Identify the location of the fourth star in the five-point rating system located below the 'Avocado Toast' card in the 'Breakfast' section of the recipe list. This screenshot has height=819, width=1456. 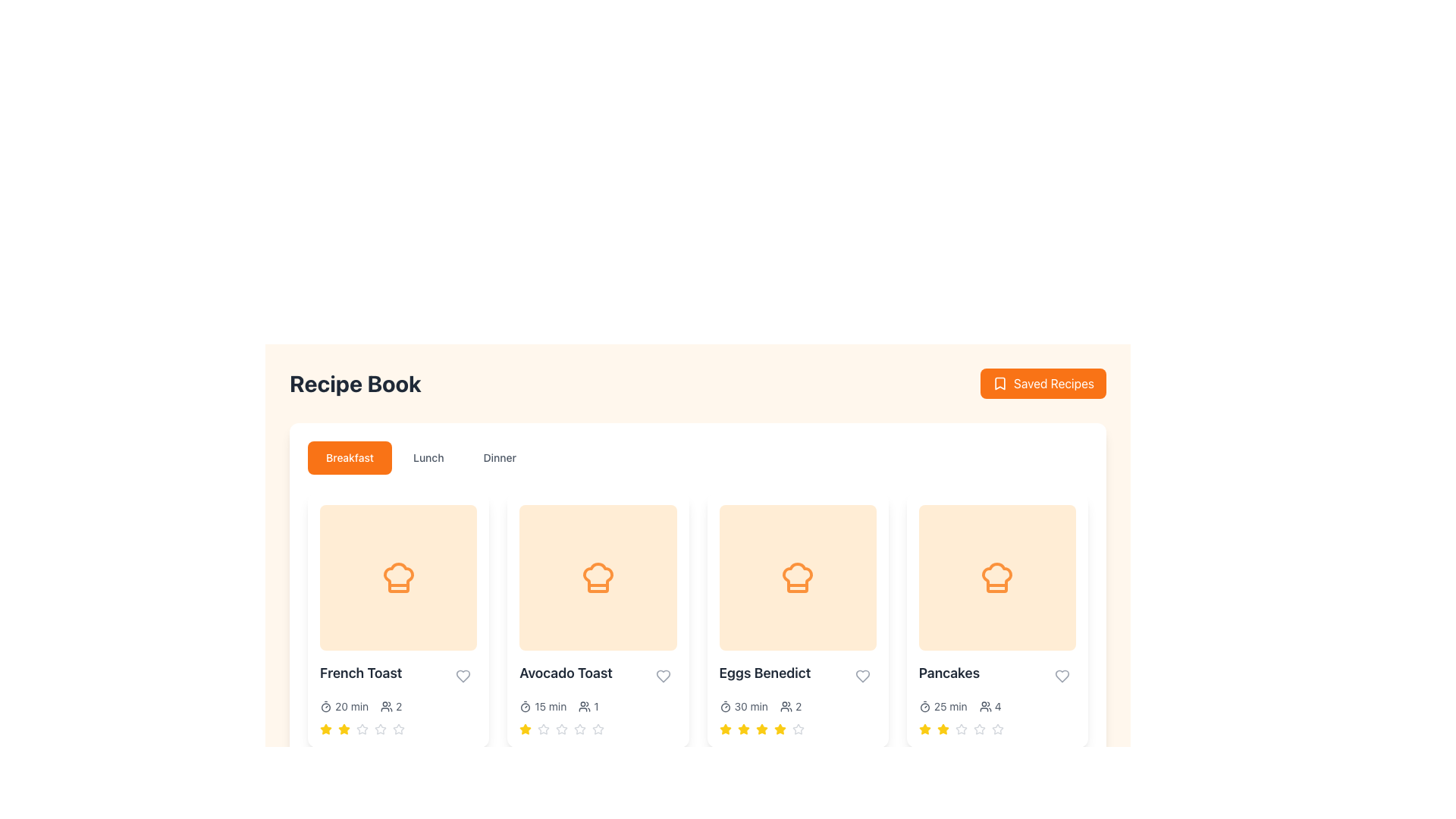
(579, 728).